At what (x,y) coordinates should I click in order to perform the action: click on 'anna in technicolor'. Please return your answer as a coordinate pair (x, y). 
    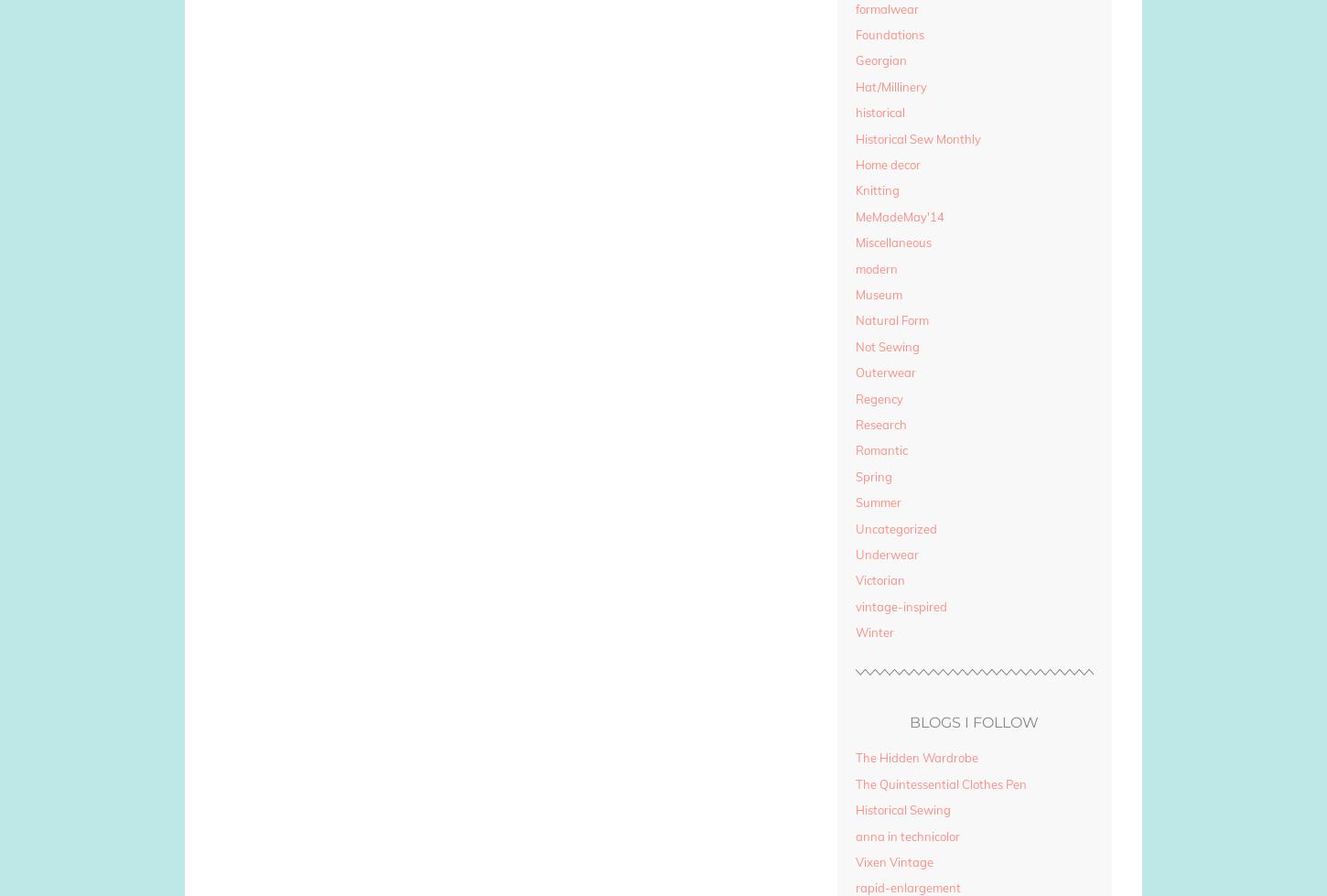
    Looking at the image, I should click on (906, 835).